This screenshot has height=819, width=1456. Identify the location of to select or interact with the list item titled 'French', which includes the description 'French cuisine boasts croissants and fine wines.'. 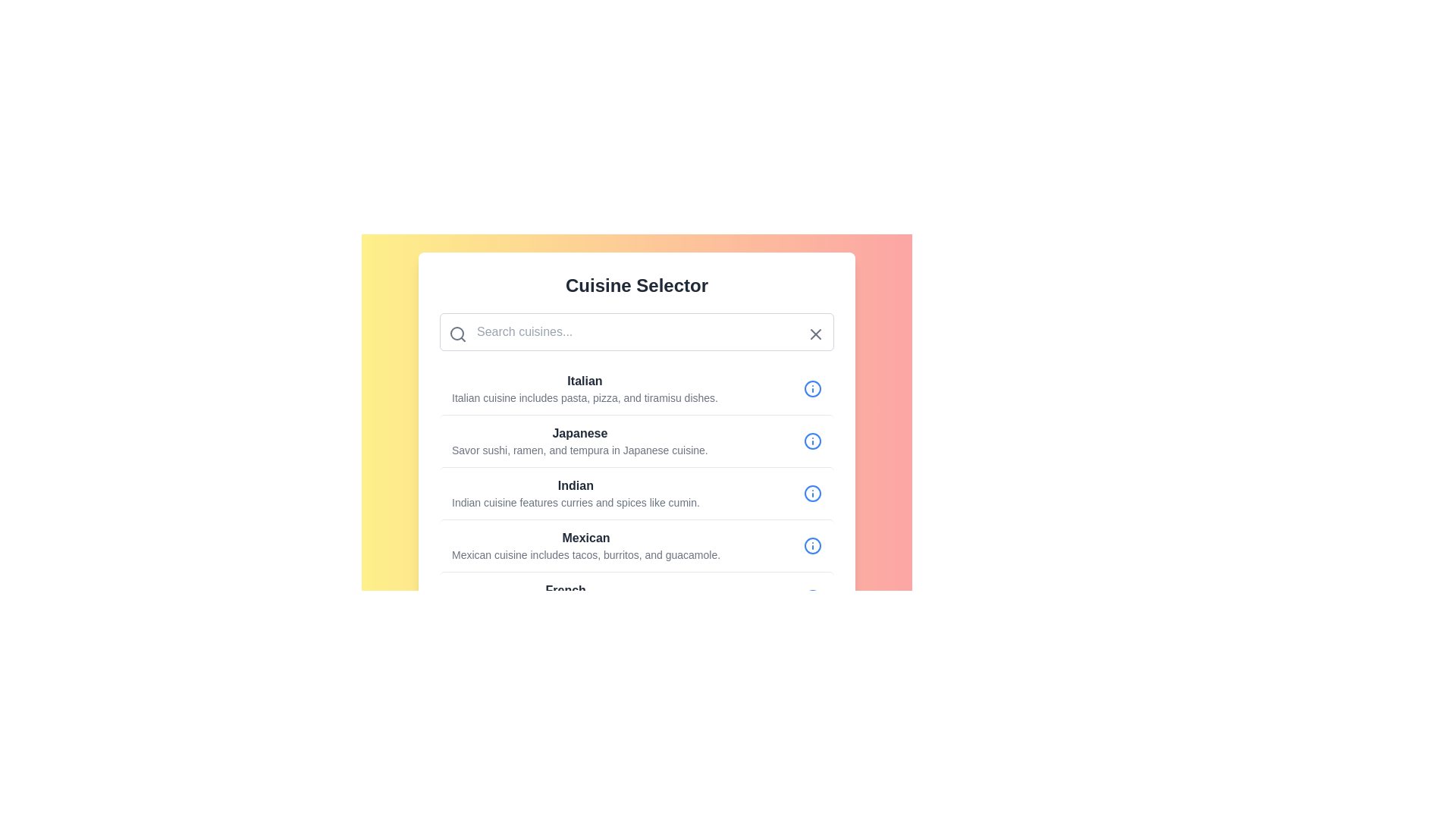
(637, 596).